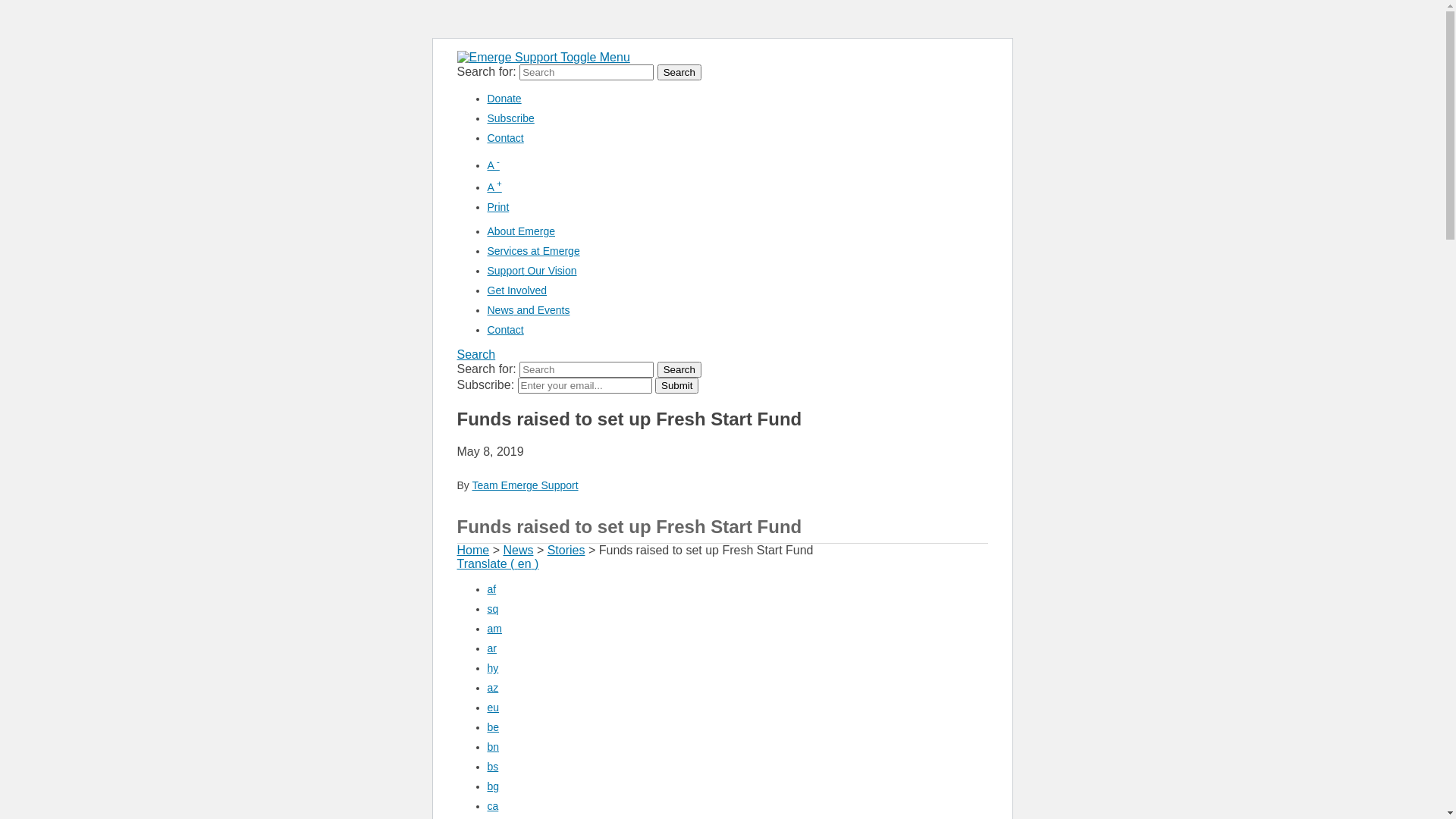 The height and width of the screenshot is (819, 1456). Describe the element at coordinates (504, 99) in the screenshot. I see `'Donate'` at that location.